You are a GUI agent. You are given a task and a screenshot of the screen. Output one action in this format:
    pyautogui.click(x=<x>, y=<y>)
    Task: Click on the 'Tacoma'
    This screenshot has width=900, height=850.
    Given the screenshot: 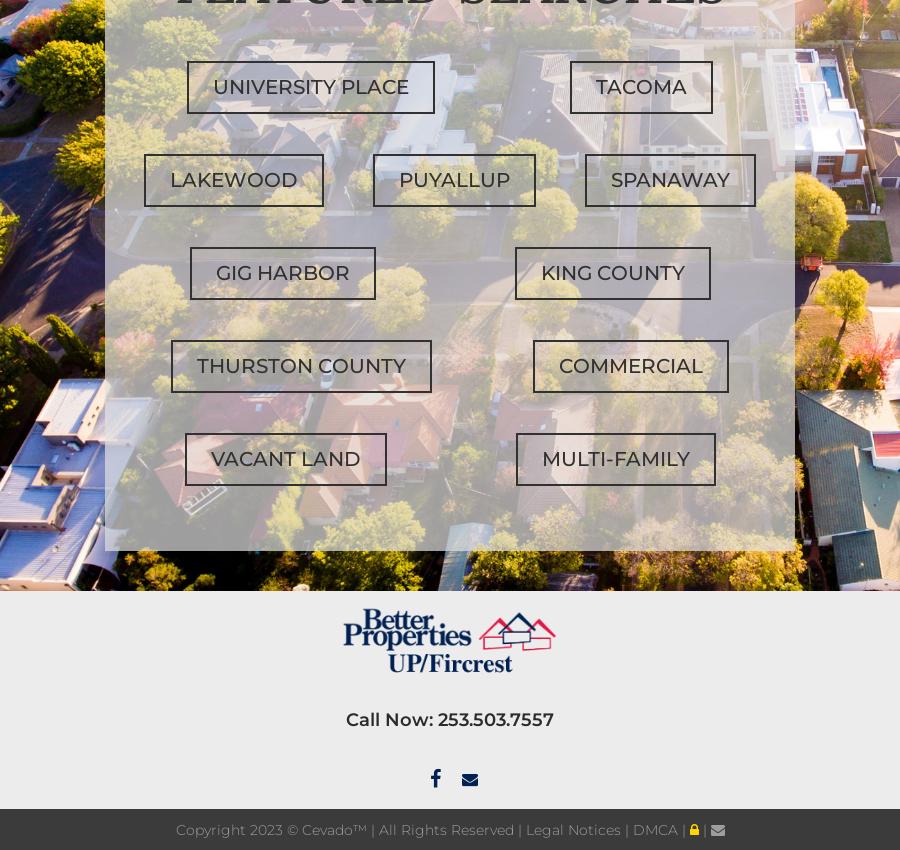 What is the action you would take?
    pyautogui.click(x=640, y=85)
    